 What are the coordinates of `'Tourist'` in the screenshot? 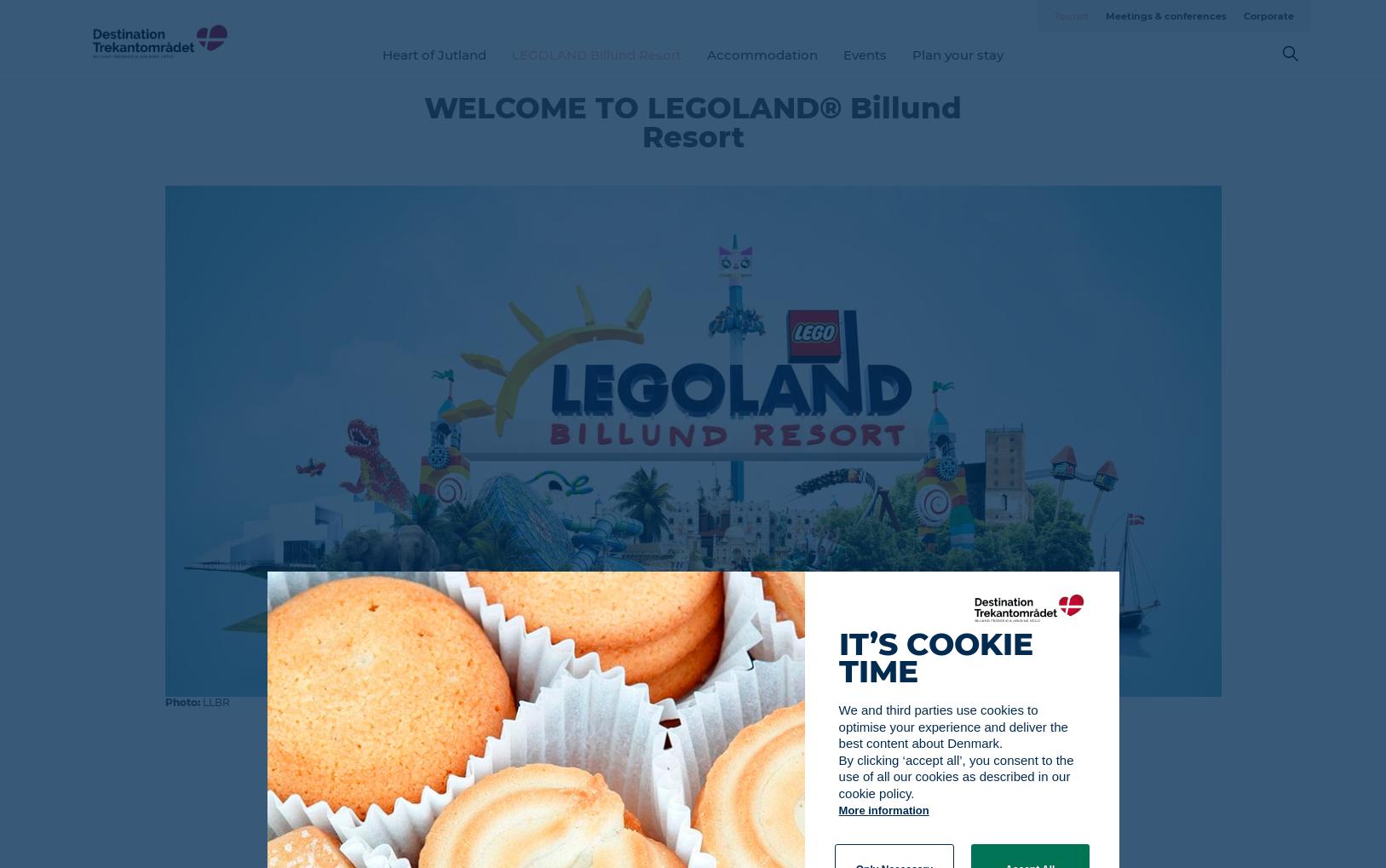 It's located at (1070, 14).